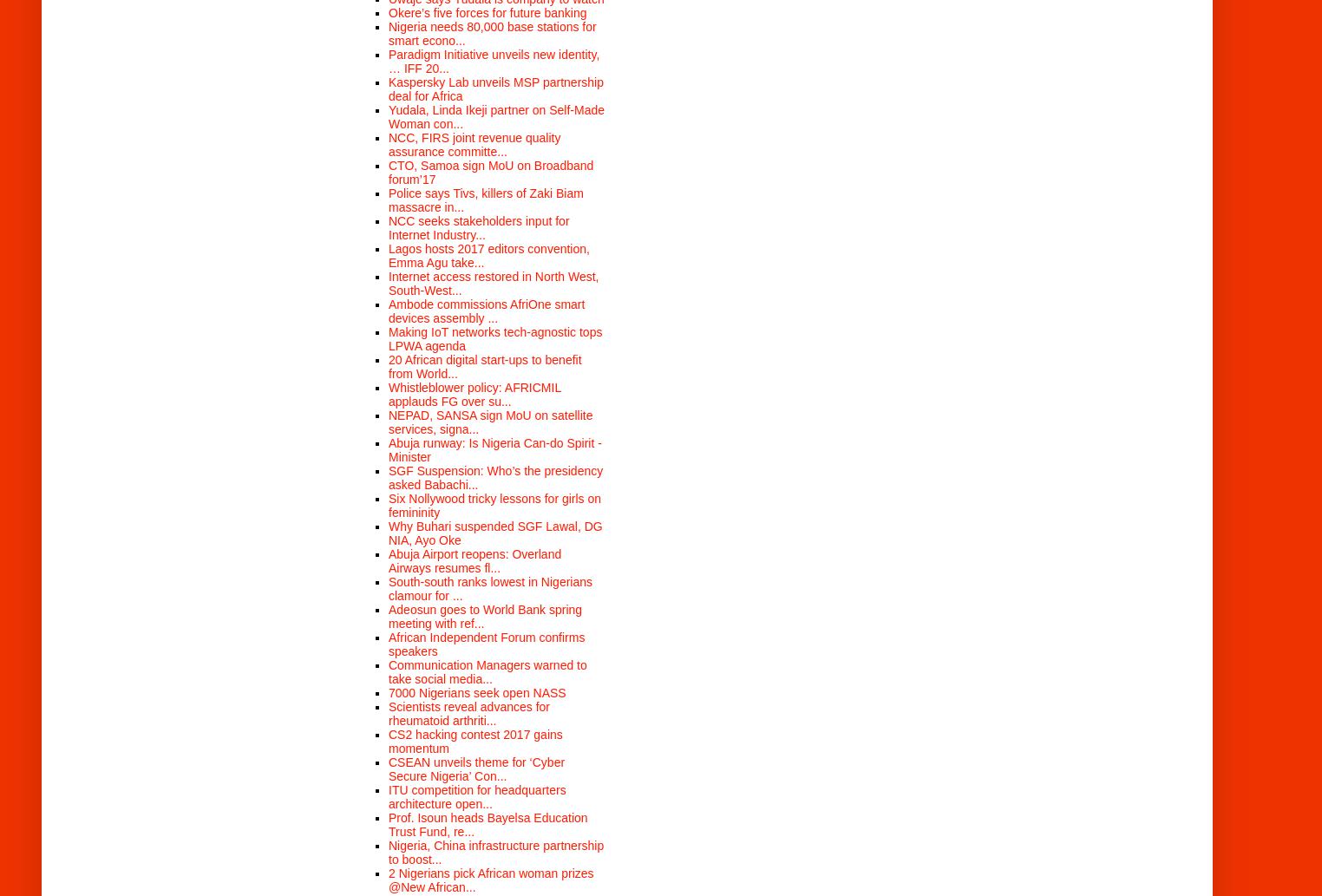  What do you see at coordinates (485, 311) in the screenshot?
I see `'Ambode commissions AfriOne smart devices assembly ...'` at bounding box center [485, 311].